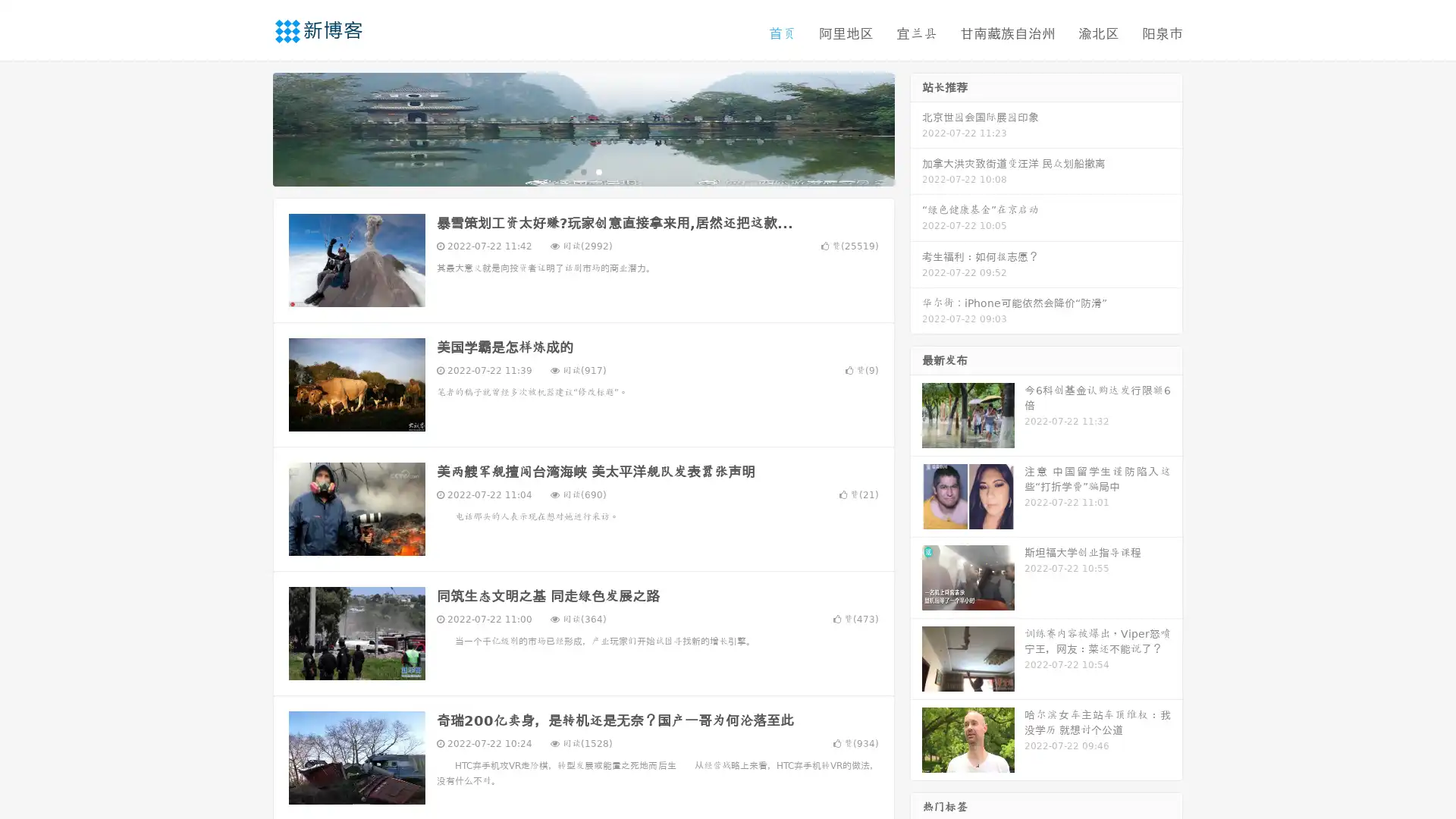 Image resolution: width=1456 pixels, height=819 pixels. What do you see at coordinates (567, 171) in the screenshot?
I see `Go to slide 1` at bounding box center [567, 171].